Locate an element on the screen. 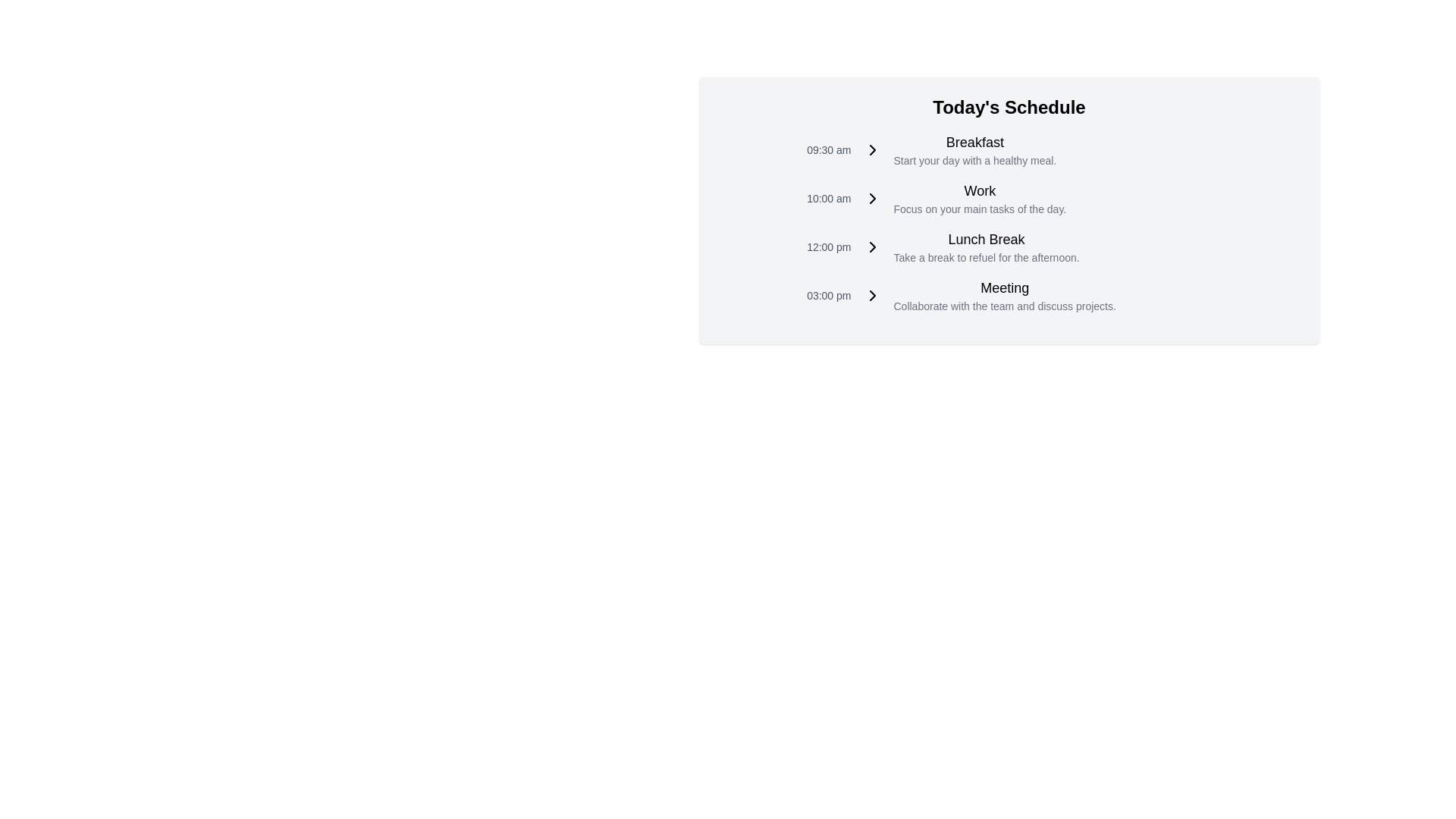 This screenshot has width=1456, height=819. the right-facing chevron icon located to the left of the 'Work' list item at 10:00 am is located at coordinates (872, 198).